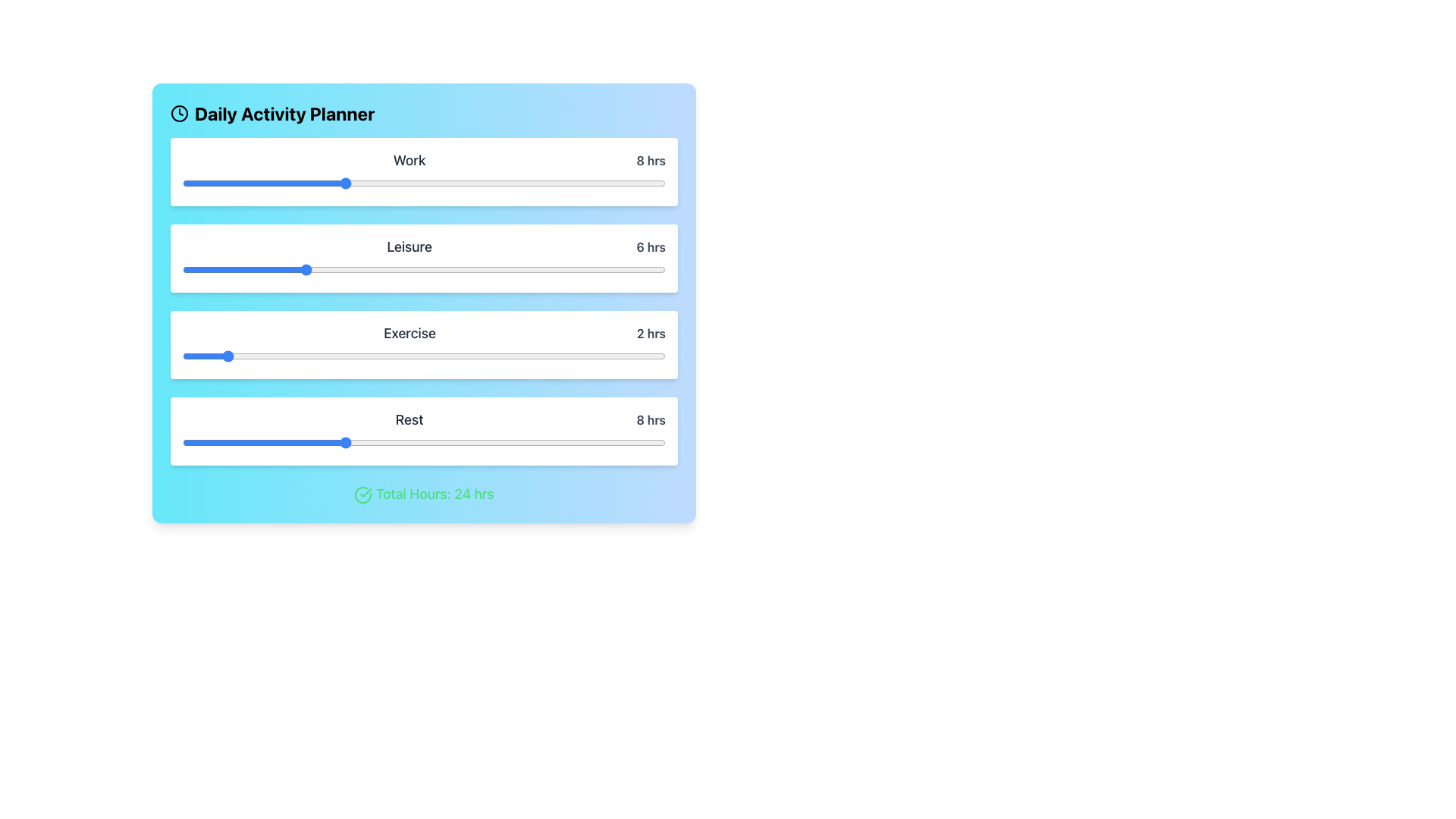  Describe the element at coordinates (651, 246) in the screenshot. I see `the static text label displaying '6 hrs' for the 'Leisure' activity in the Daily Activity Planner interface` at that location.